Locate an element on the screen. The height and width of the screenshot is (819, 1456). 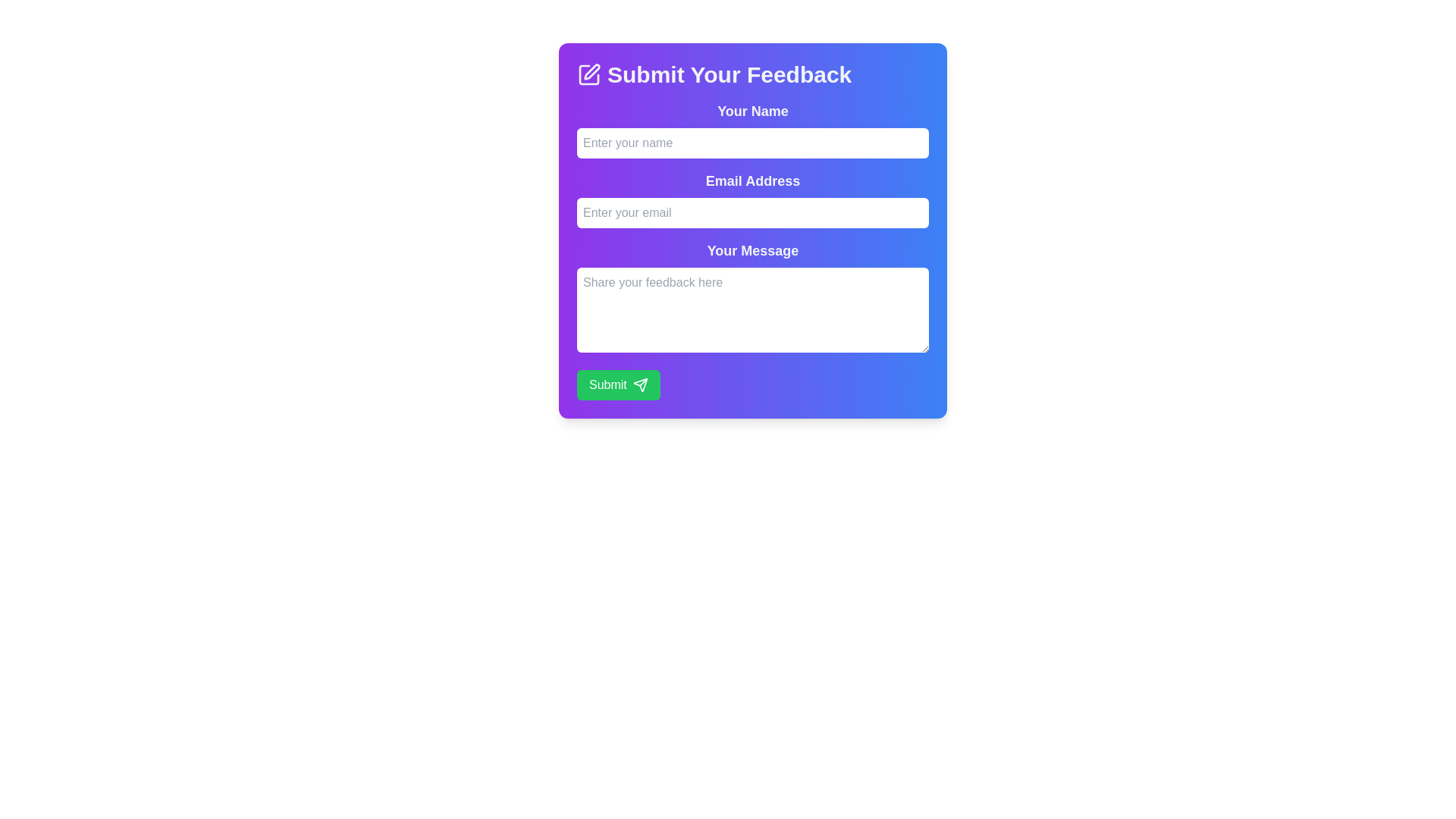
the descriptive label for the email input field, which is the second visible label in the form, positioned directly above the email input field is located at coordinates (753, 180).